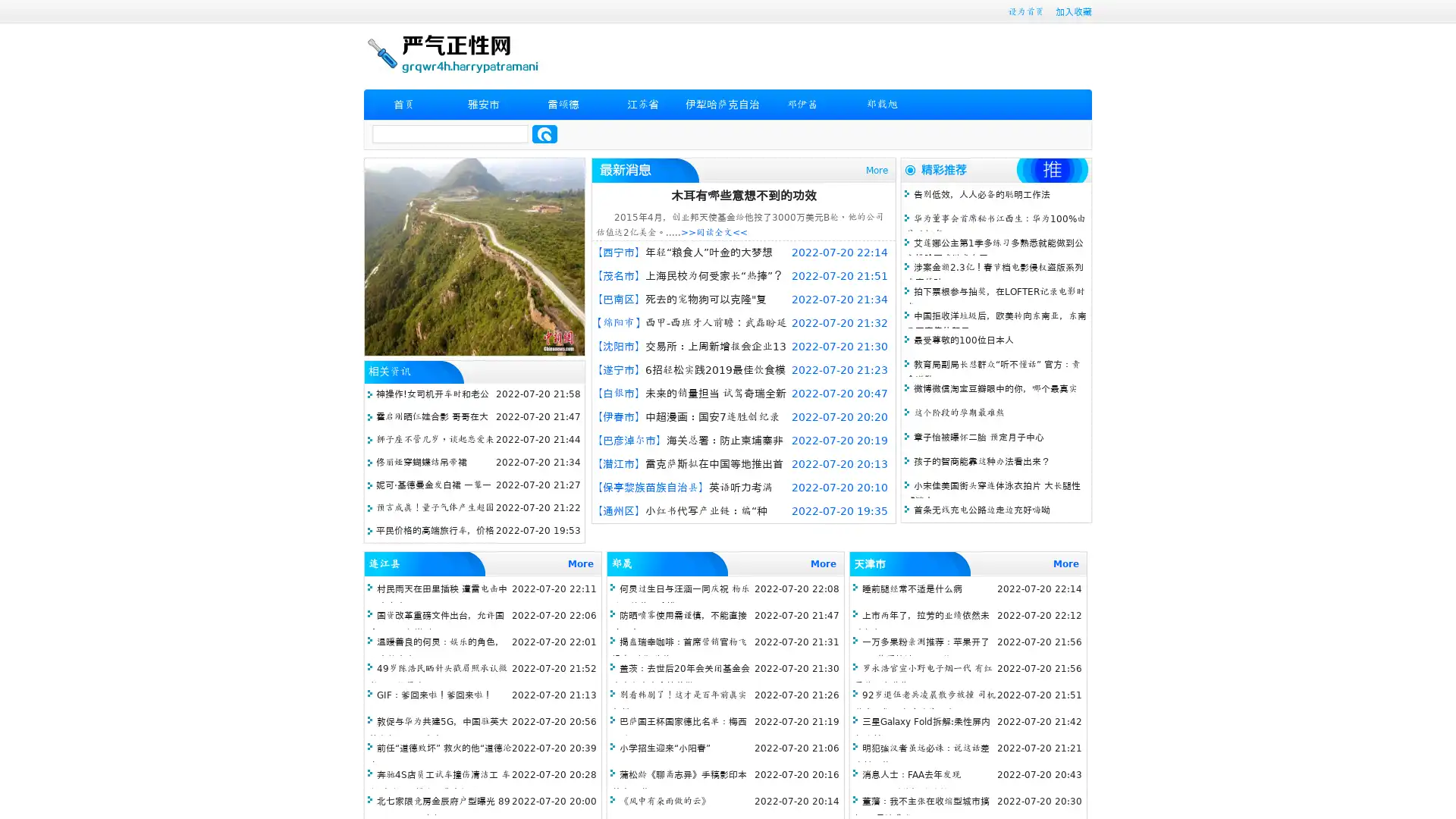 The height and width of the screenshot is (819, 1456). Describe the element at coordinates (544, 133) in the screenshot. I see `Search` at that location.